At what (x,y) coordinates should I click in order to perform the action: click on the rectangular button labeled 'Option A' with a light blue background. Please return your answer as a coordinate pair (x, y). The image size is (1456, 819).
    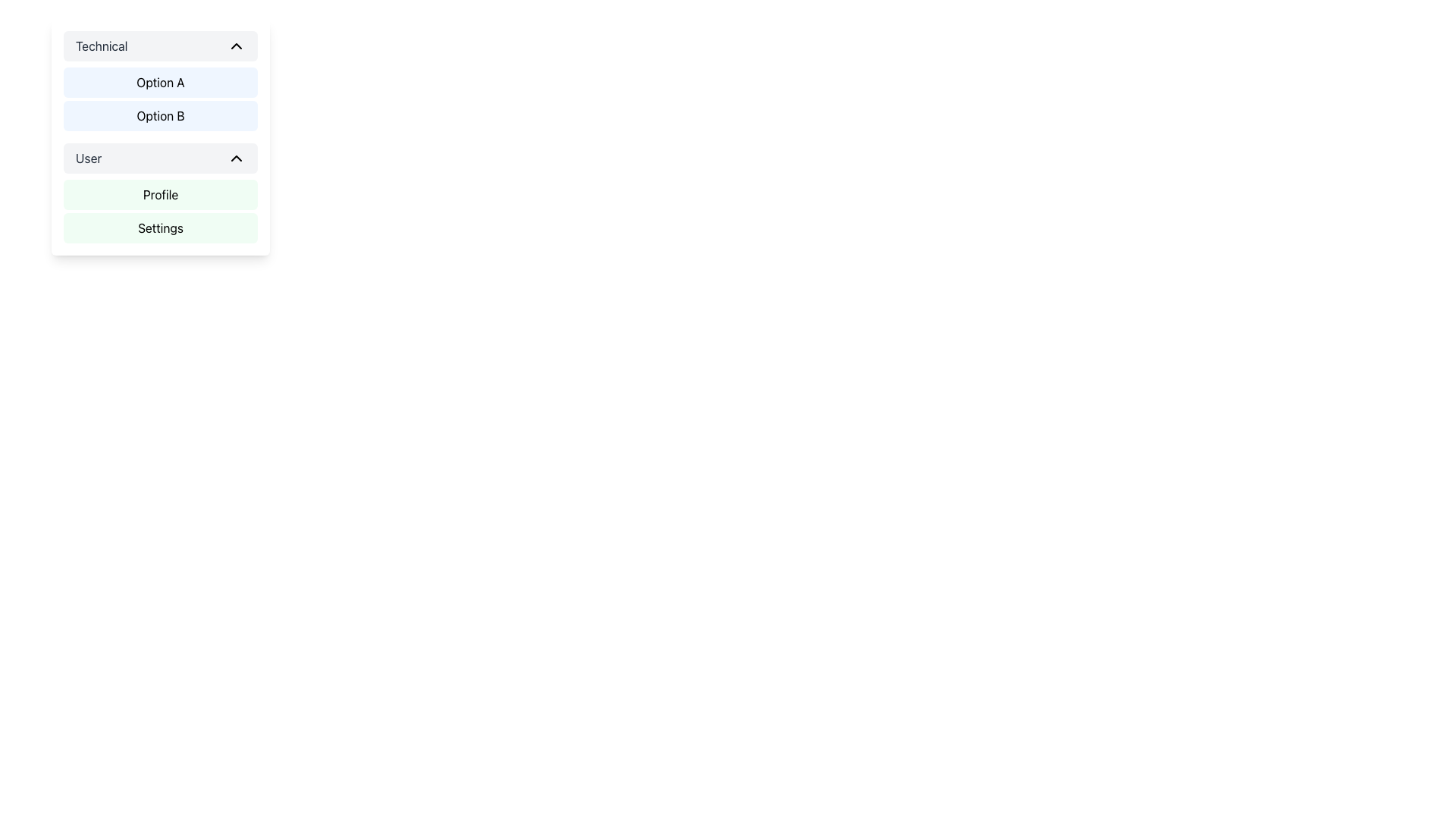
    Looking at the image, I should click on (160, 82).